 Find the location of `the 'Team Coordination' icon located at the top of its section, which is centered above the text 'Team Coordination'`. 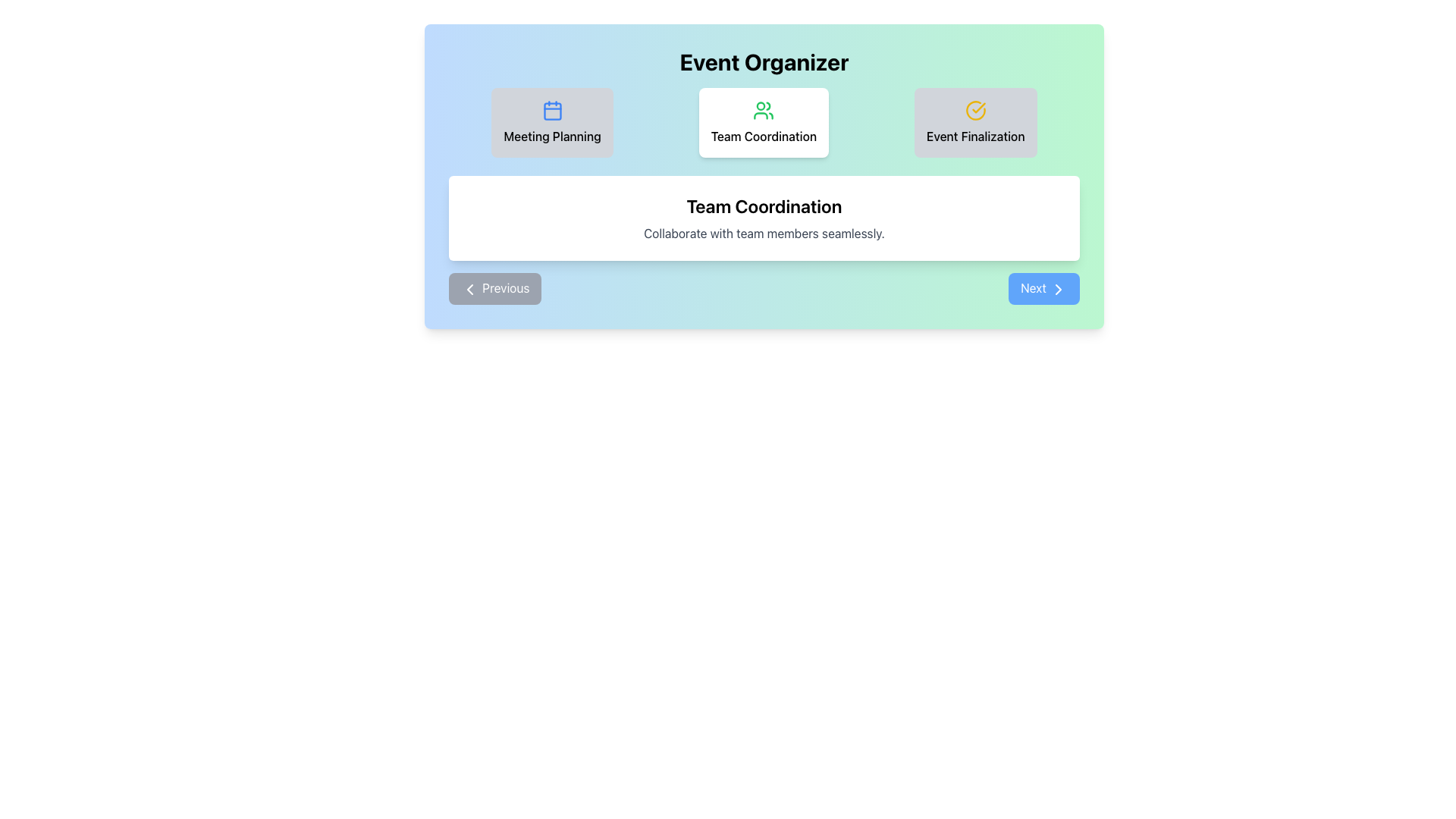

the 'Team Coordination' icon located at the top of its section, which is centered above the text 'Team Coordination' is located at coordinates (764, 110).